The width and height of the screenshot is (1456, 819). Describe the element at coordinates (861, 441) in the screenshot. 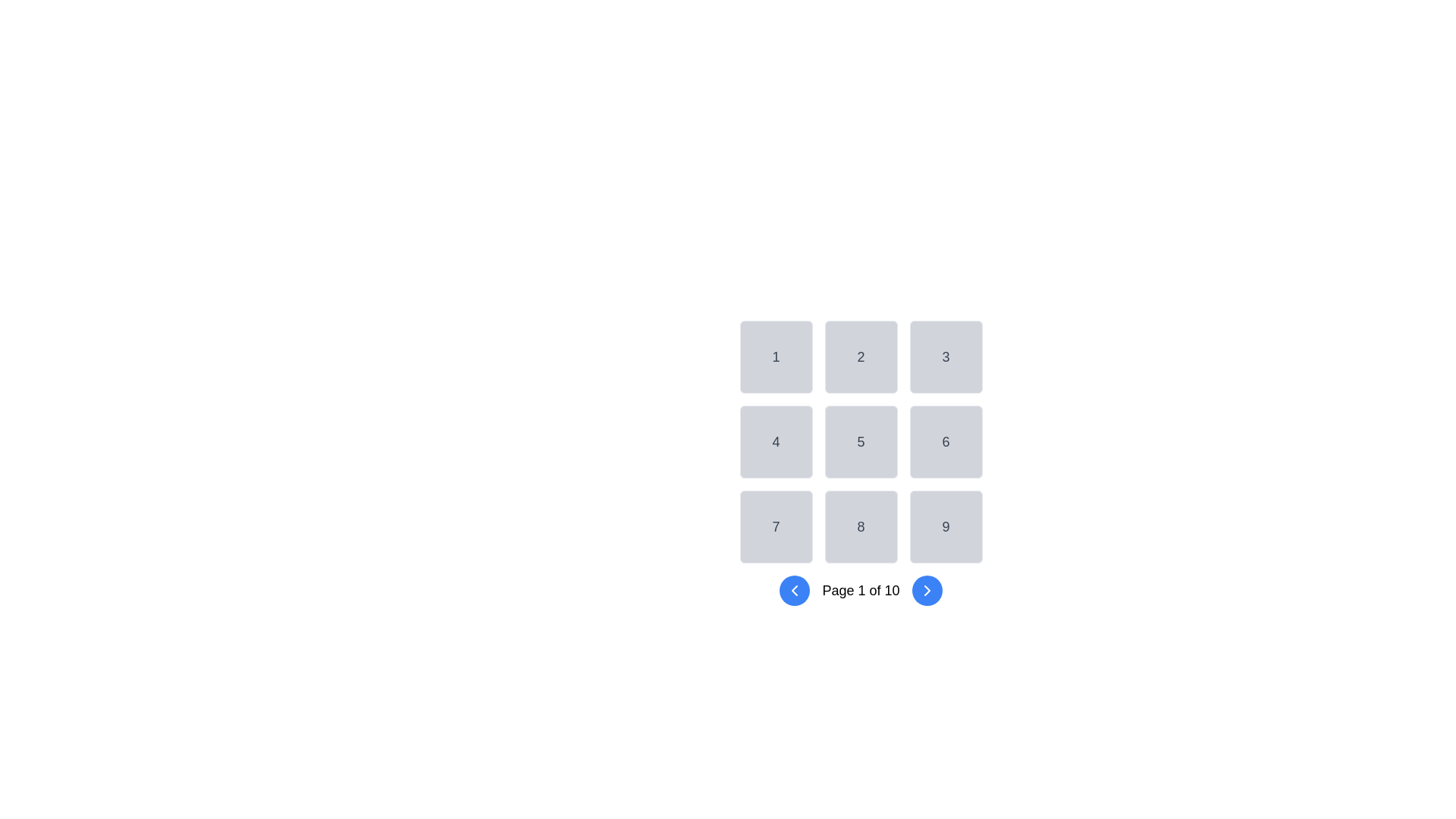

I see `the Static Display Element containing the number '5' in the center of a 3x3 grid layout` at that location.